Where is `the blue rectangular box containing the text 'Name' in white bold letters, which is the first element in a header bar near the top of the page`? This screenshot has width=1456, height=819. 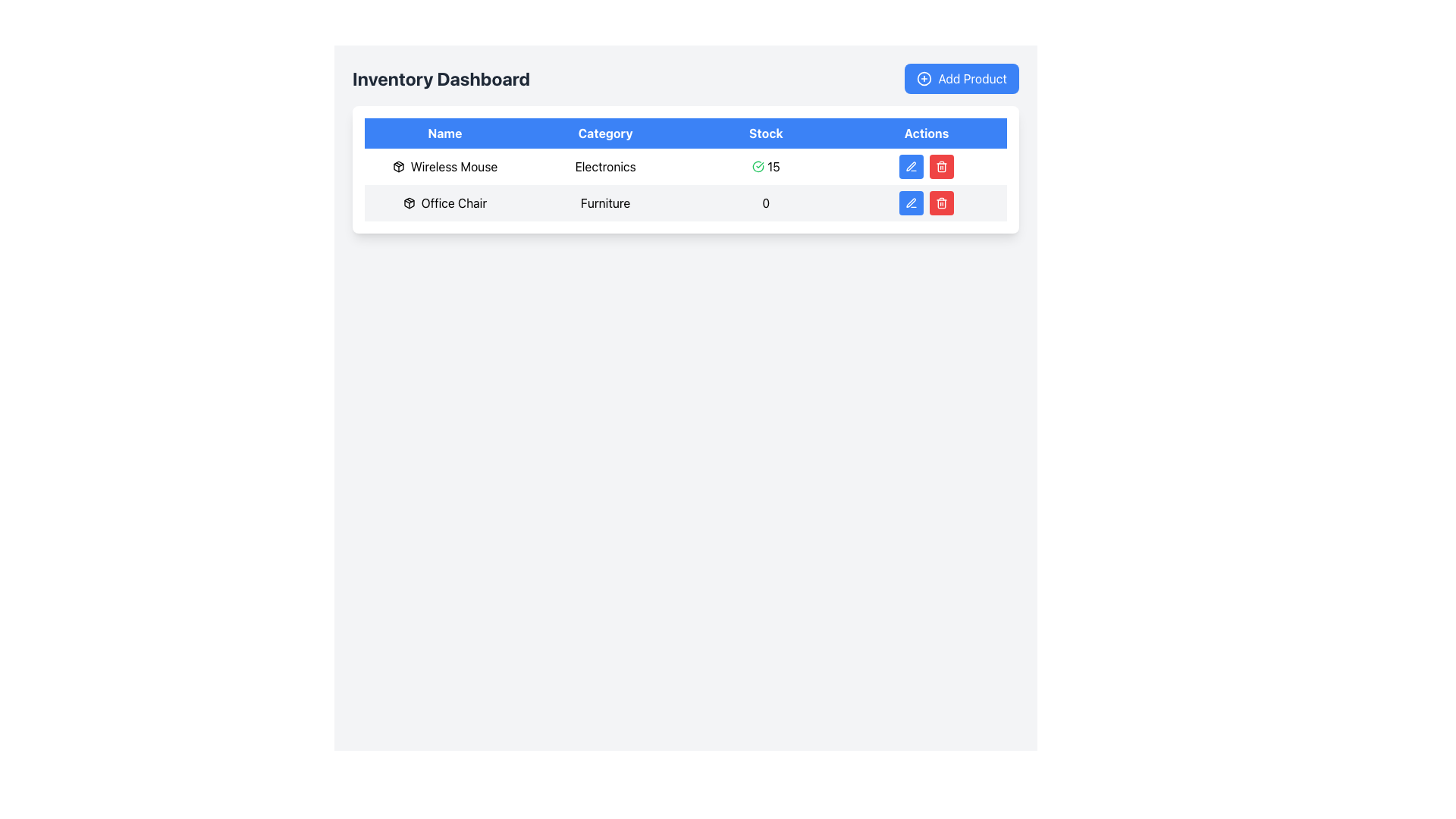
the blue rectangular box containing the text 'Name' in white bold letters, which is the first element in a header bar near the top of the page is located at coordinates (444, 133).